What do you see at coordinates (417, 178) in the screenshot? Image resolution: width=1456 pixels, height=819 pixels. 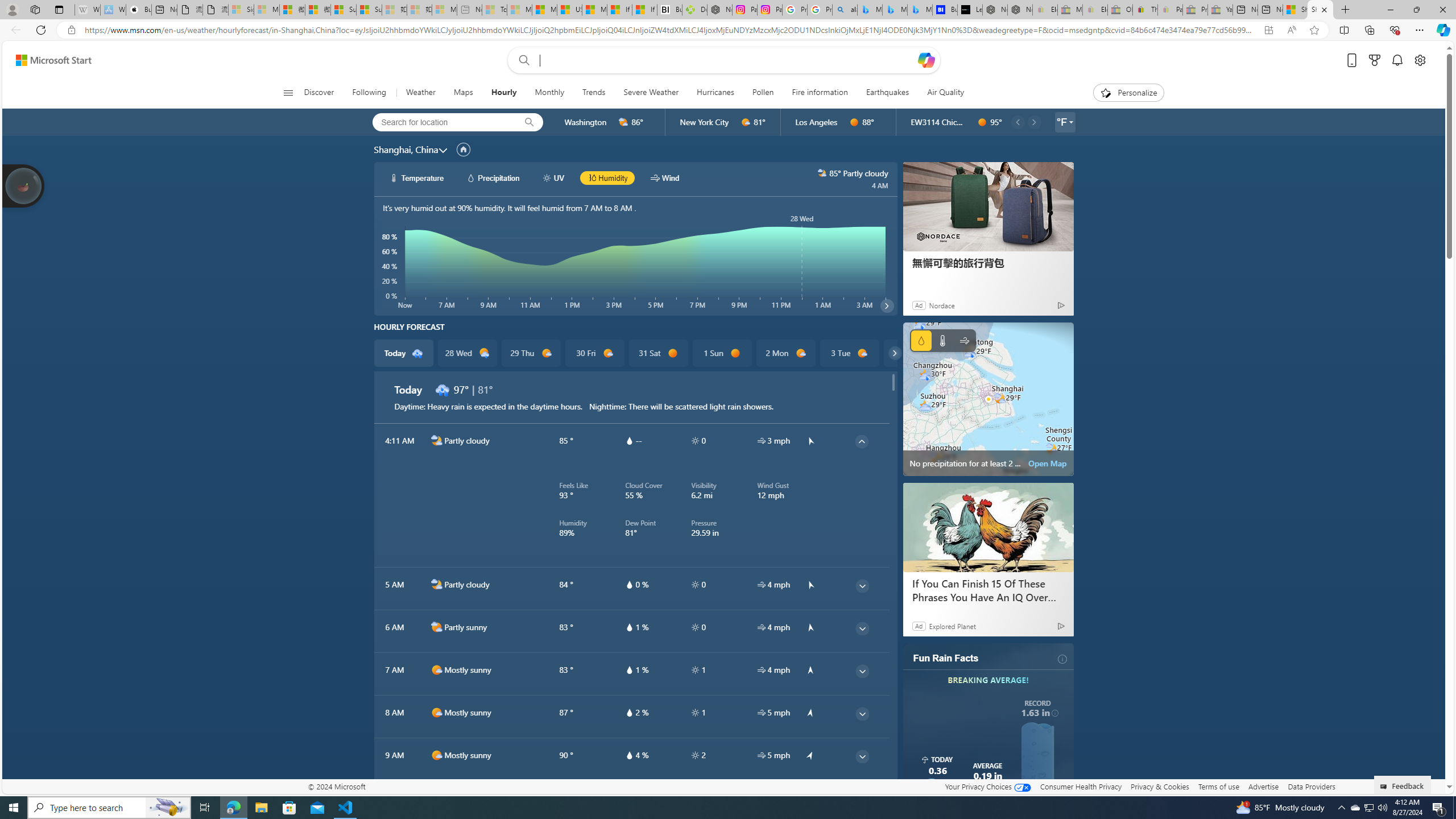 I see `'hourlyChart/temperatureWhite Temperature'` at bounding box center [417, 178].